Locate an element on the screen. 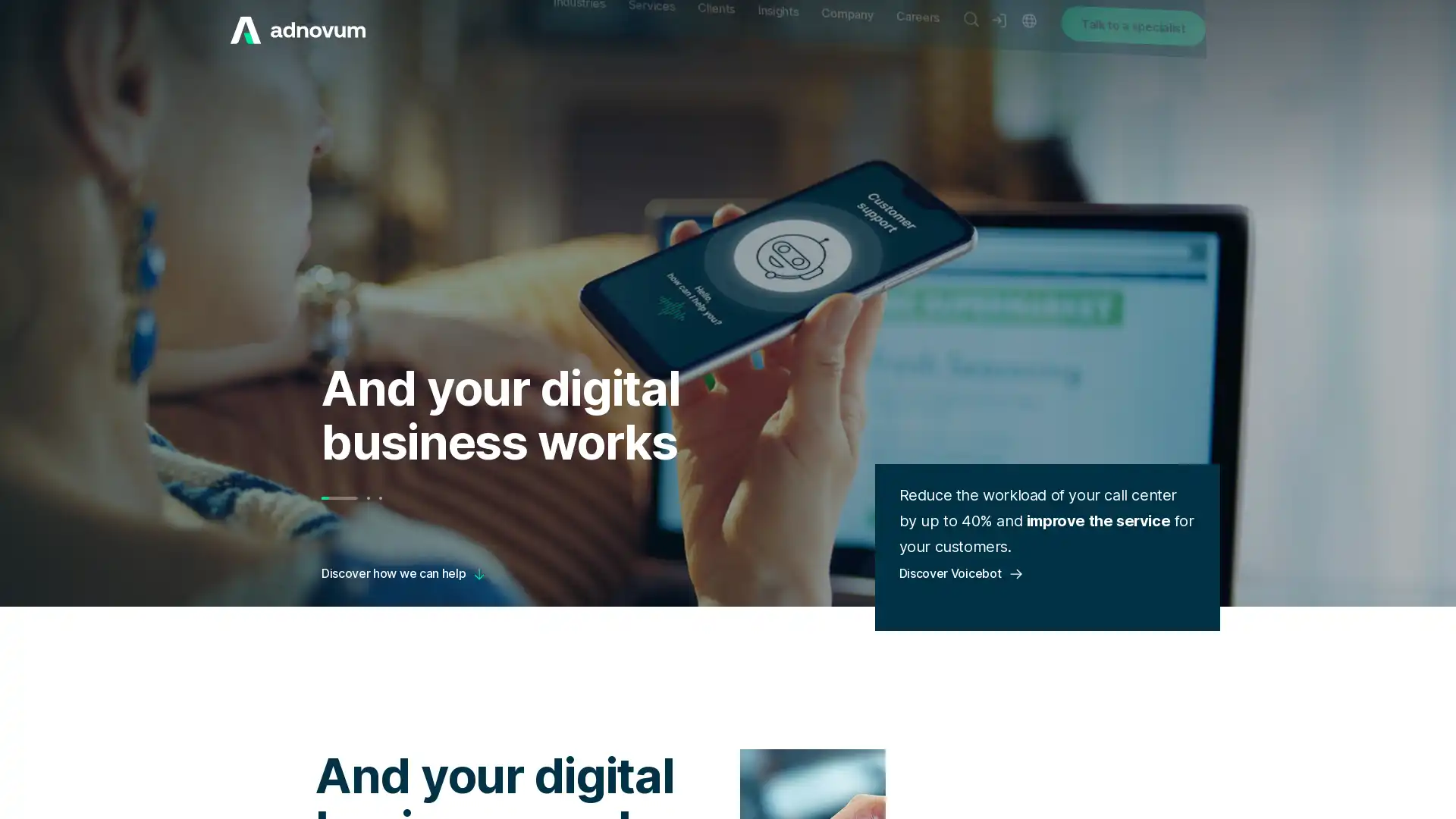 This screenshot has width=1456, height=819. Go to slide 2 is located at coordinates (334, 497).